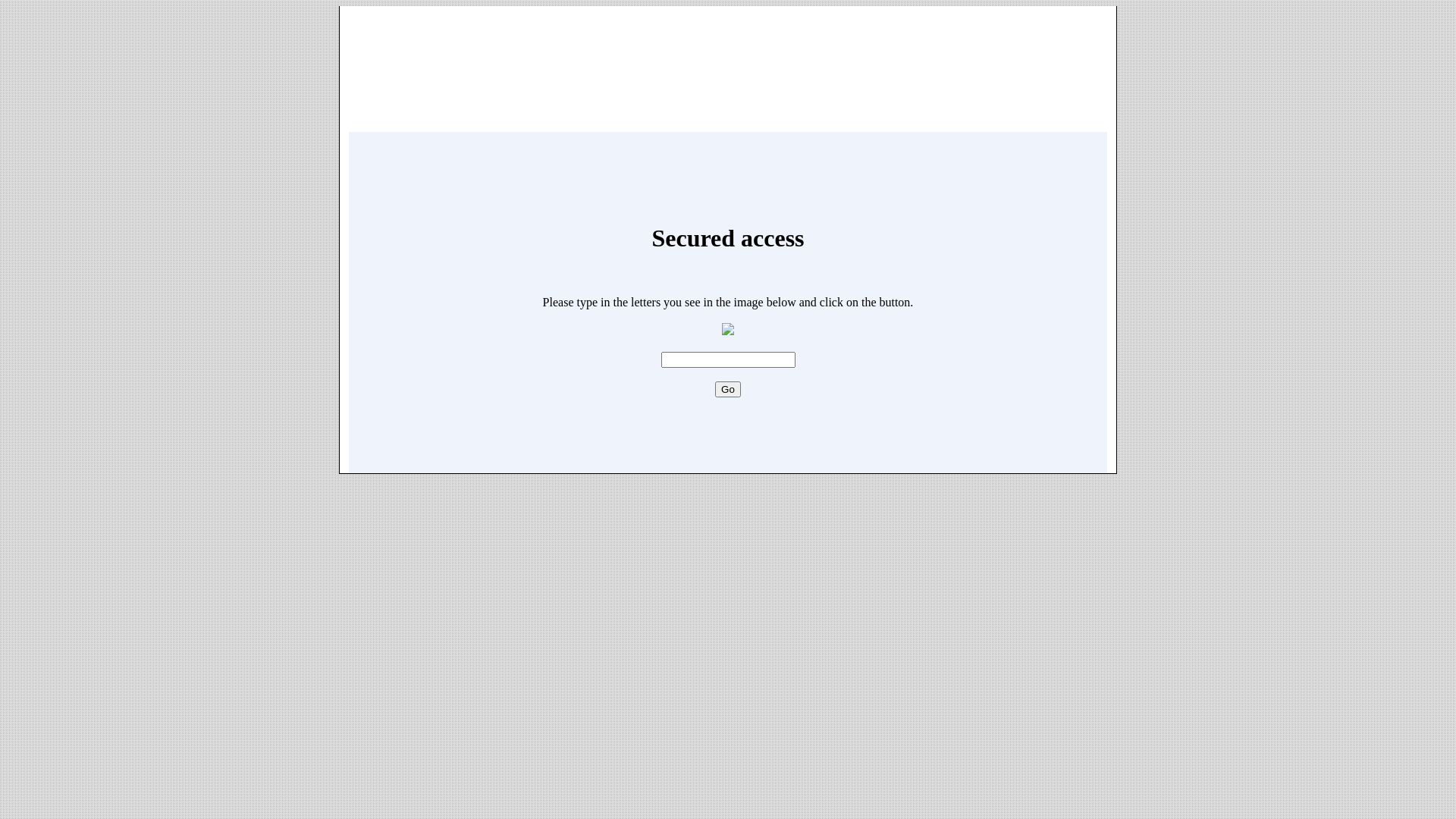  What do you see at coordinates (714, 388) in the screenshot?
I see `'Go'` at bounding box center [714, 388].